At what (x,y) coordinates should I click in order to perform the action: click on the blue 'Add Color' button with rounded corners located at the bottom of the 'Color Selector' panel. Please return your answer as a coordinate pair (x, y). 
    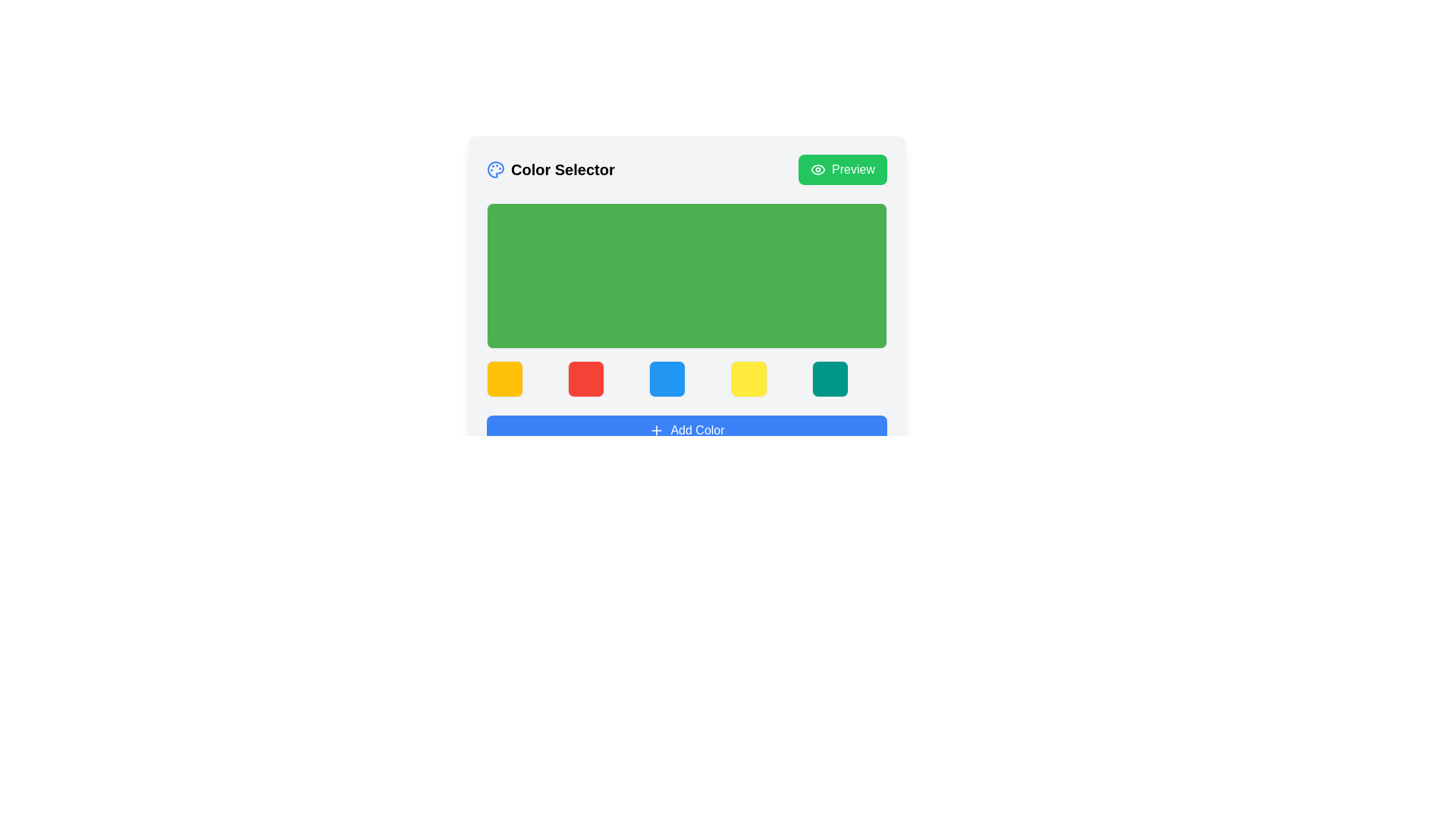
    Looking at the image, I should click on (686, 430).